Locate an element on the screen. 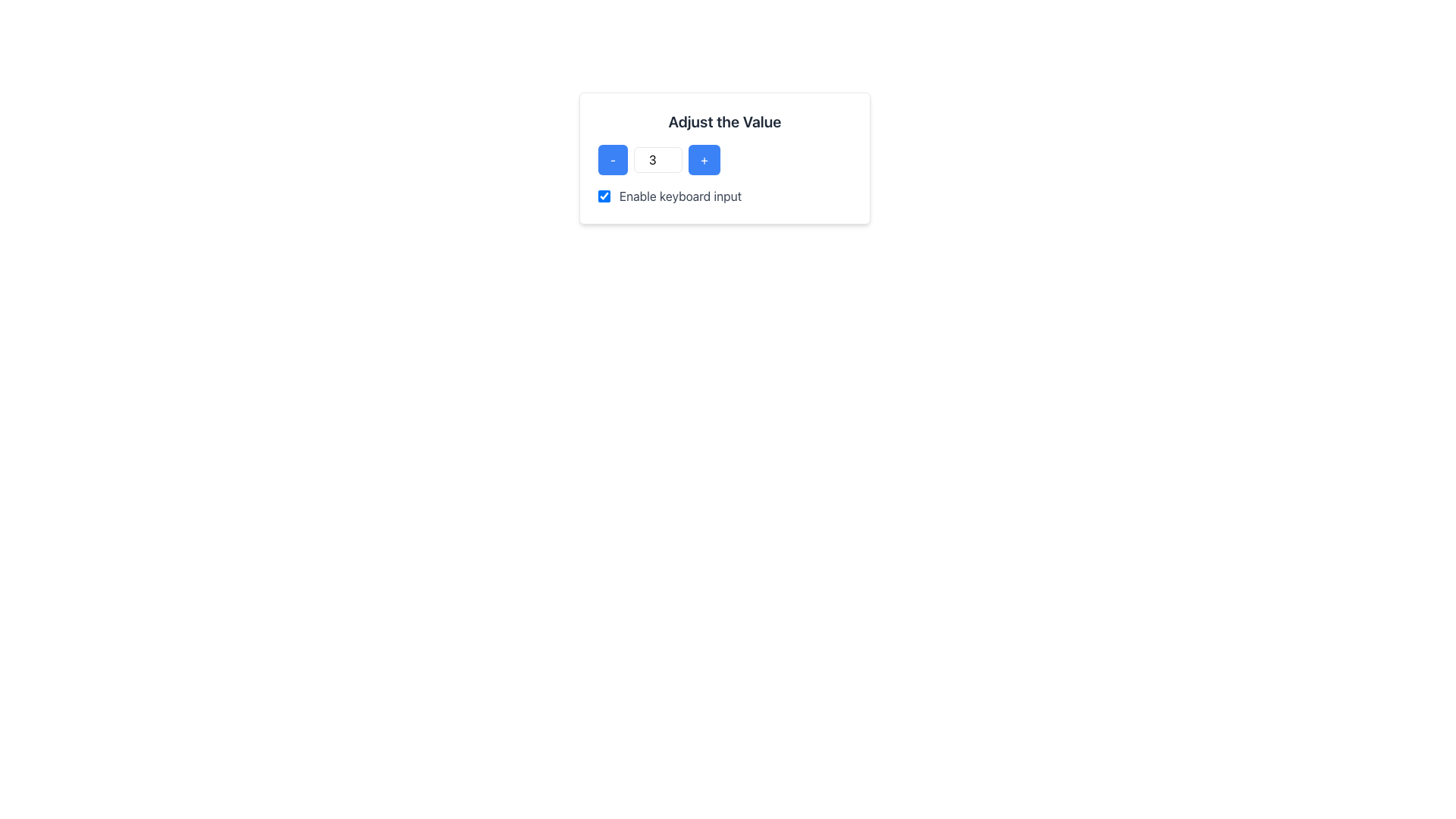  the label 'Enable keyboard input' next to the active blue checkbox at the bottom of the 'Adjust the Value' card for additional information is located at coordinates (723, 195).